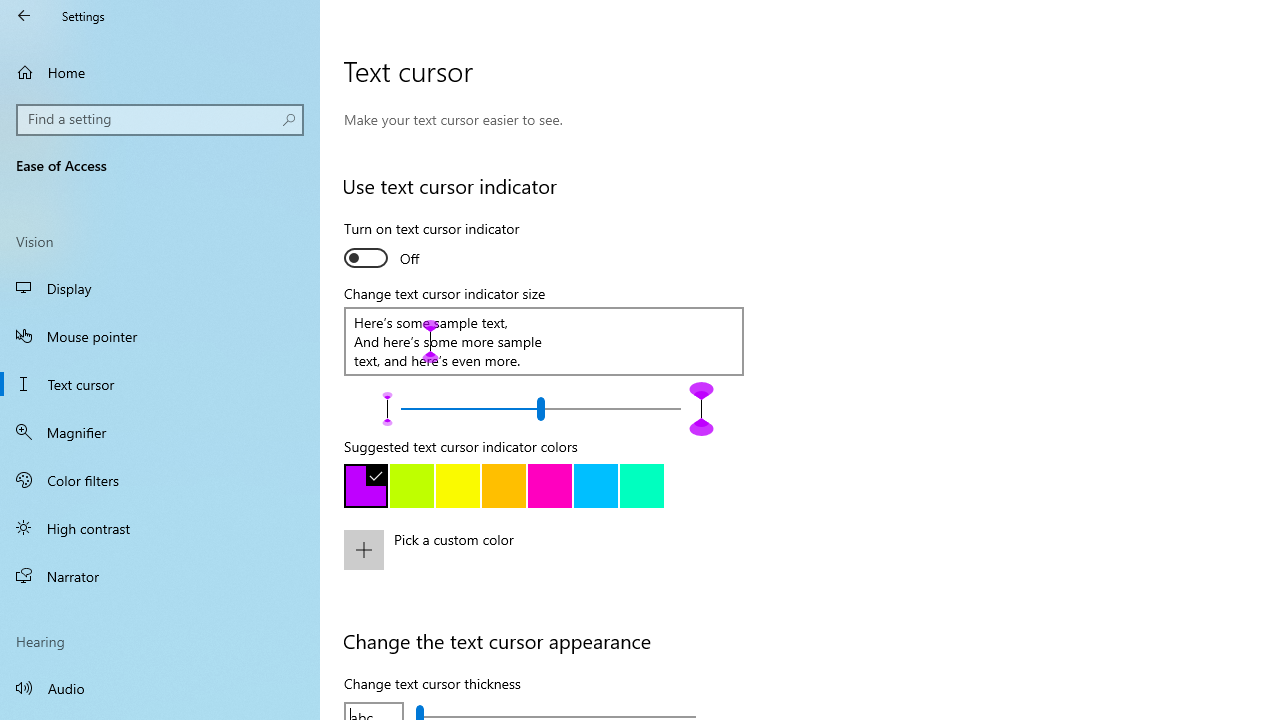 Image resolution: width=1280 pixels, height=720 pixels. I want to click on 'Lime', so click(411, 486).